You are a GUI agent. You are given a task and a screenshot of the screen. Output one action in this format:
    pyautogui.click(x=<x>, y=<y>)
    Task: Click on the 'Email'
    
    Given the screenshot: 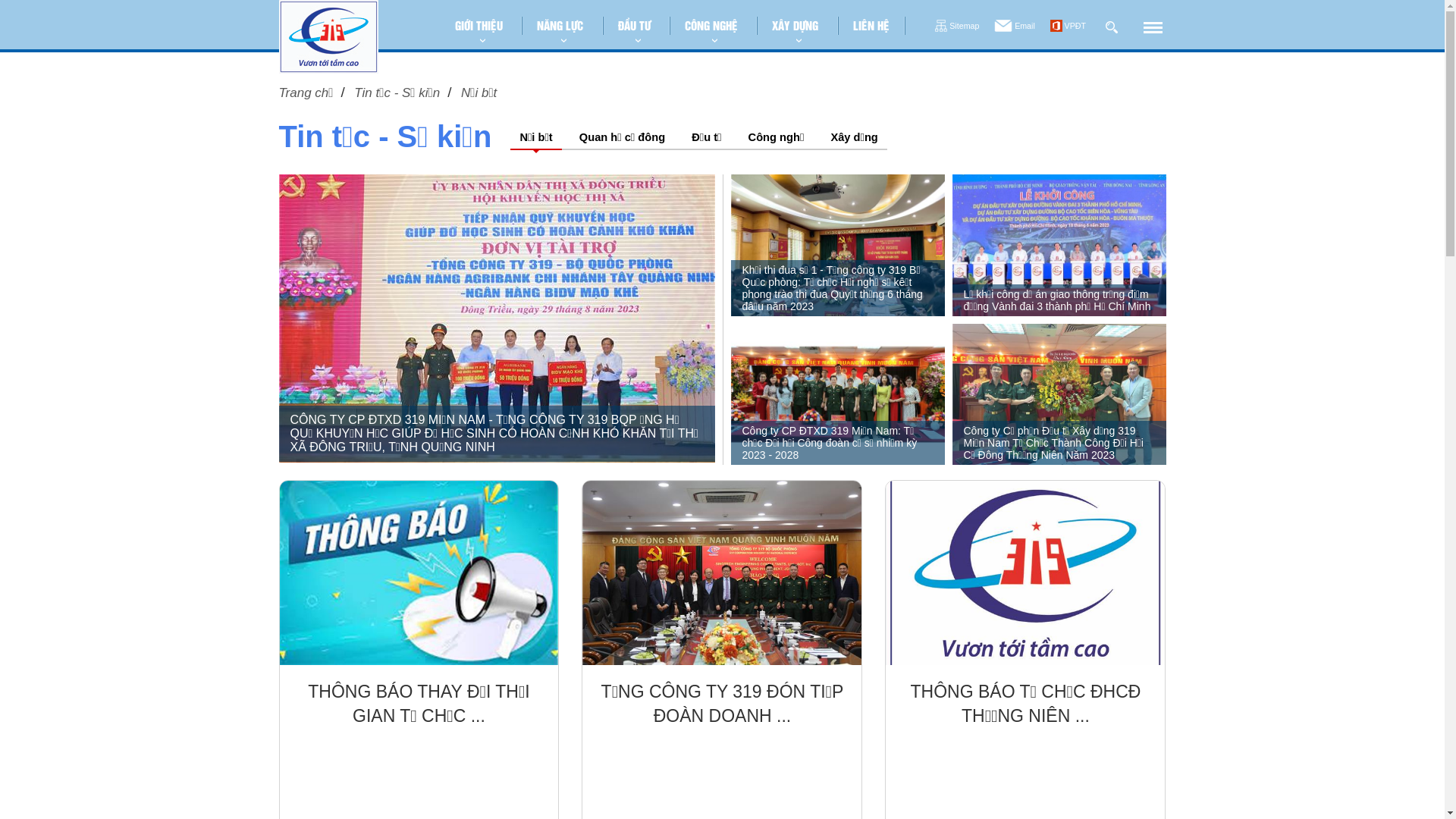 What is the action you would take?
    pyautogui.click(x=1015, y=27)
    